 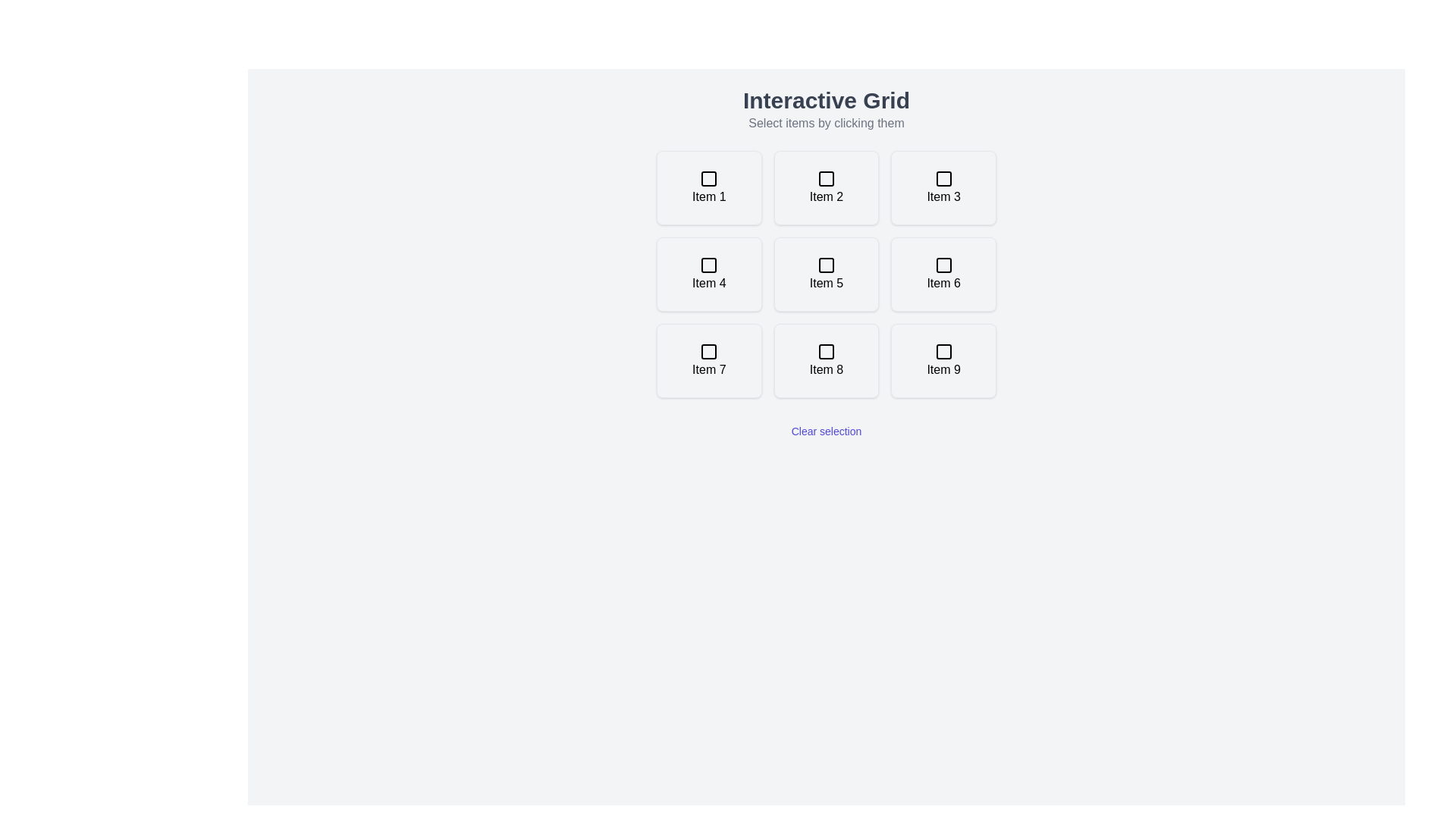 What do you see at coordinates (708, 351) in the screenshot?
I see `the selection state icon located in the grid's third row and first column, which visually indicates an active or selected item` at bounding box center [708, 351].